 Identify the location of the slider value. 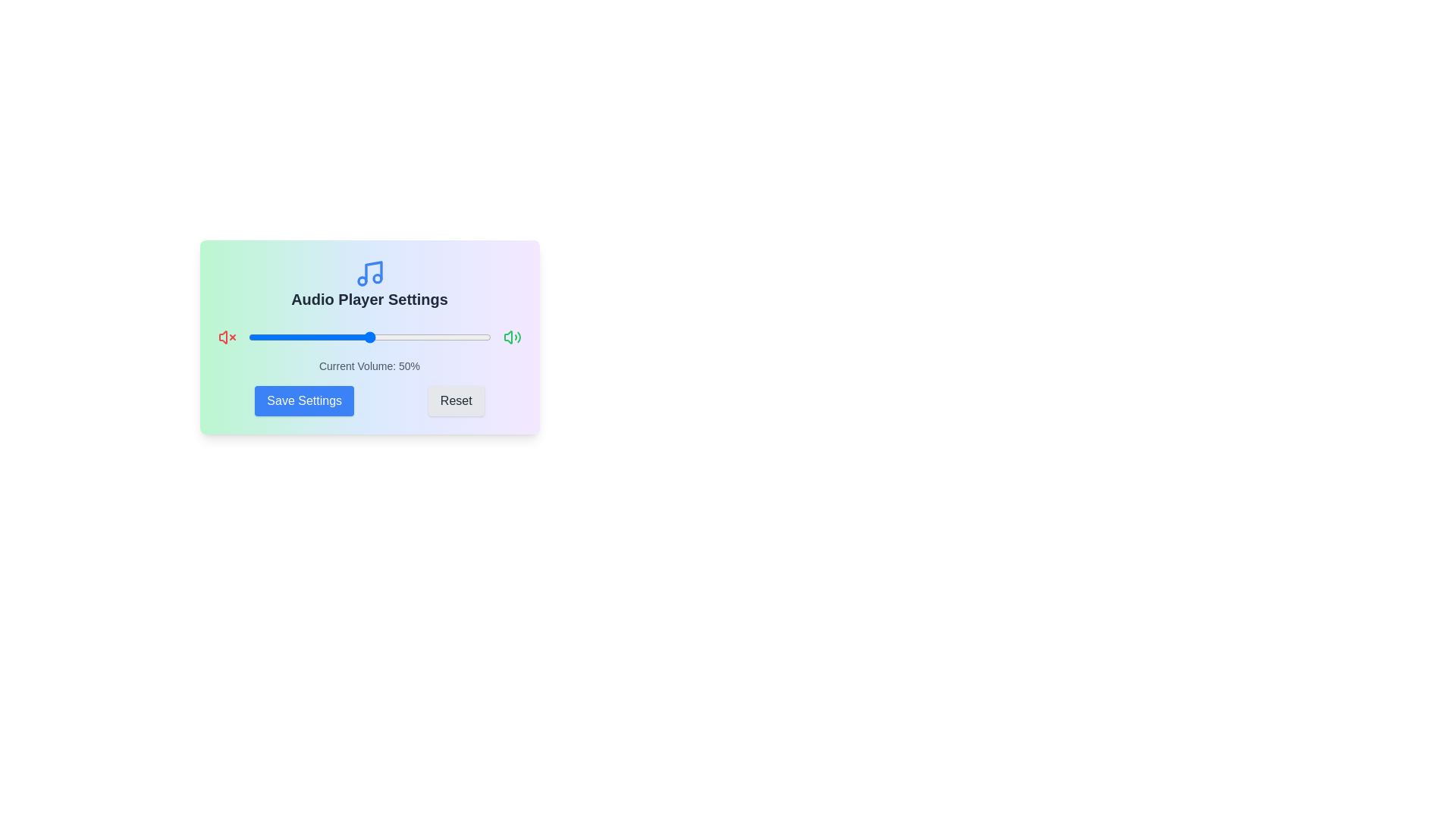
(480, 336).